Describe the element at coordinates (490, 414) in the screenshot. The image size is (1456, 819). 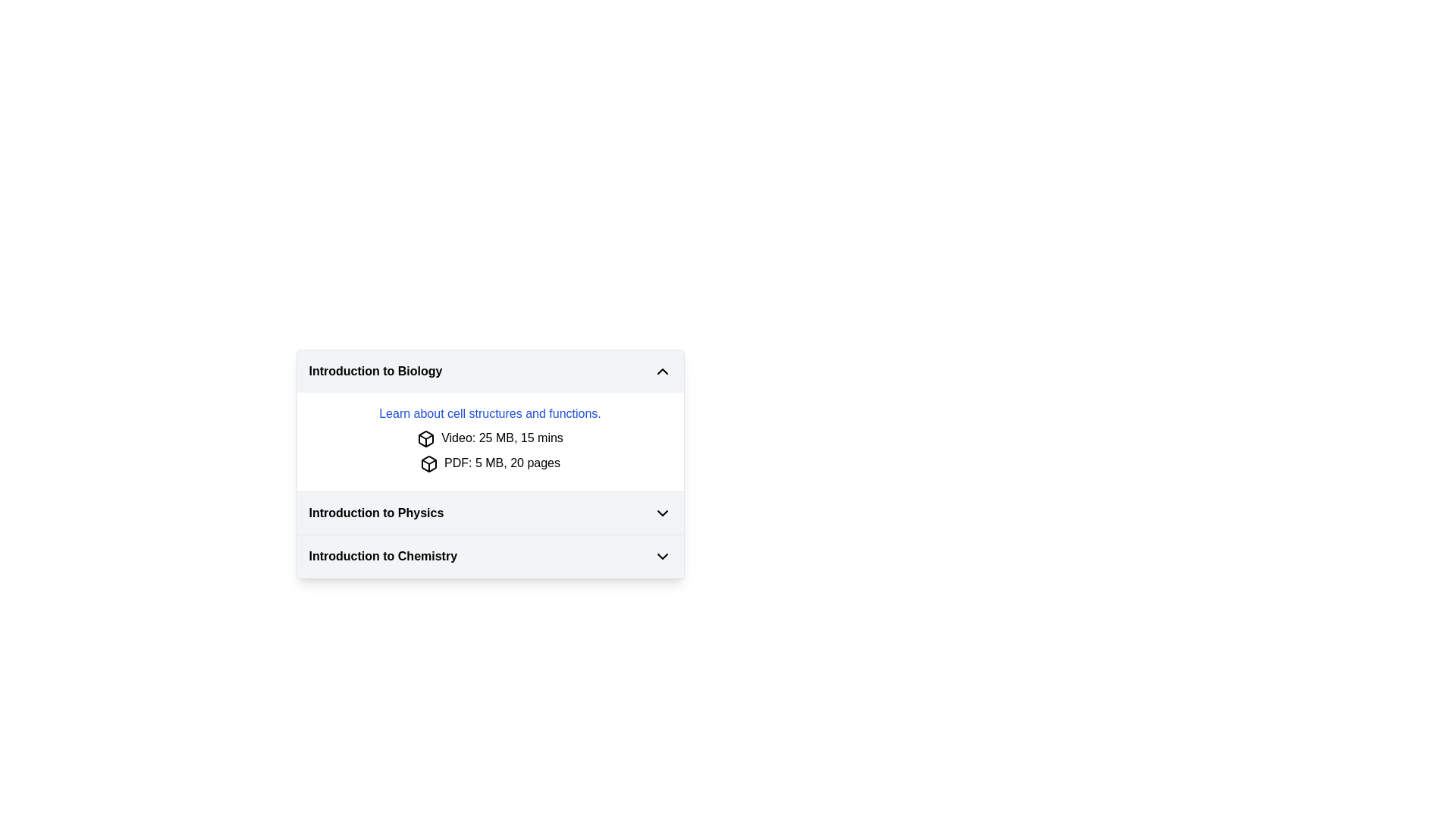
I see `the text label reading 'Learn about cell structures and functions.' which is styled in blue and serves as a clickable or emphasized label in the educational section` at that location.